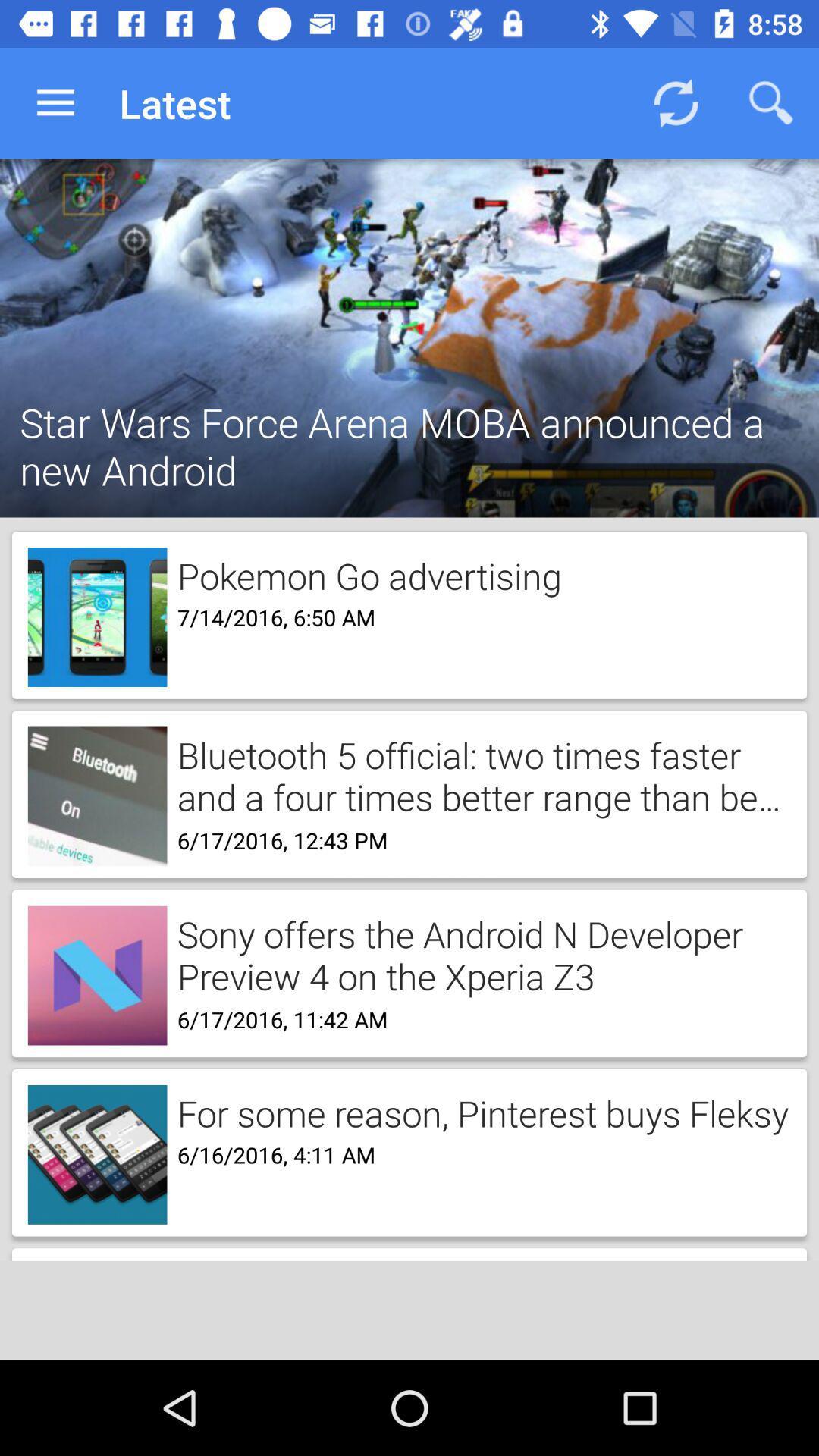 This screenshot has width=819, height=1456. Describe the element at coordinates (364, 573) in the screenshot. I see `the pokemon go advertising icon` at that location.